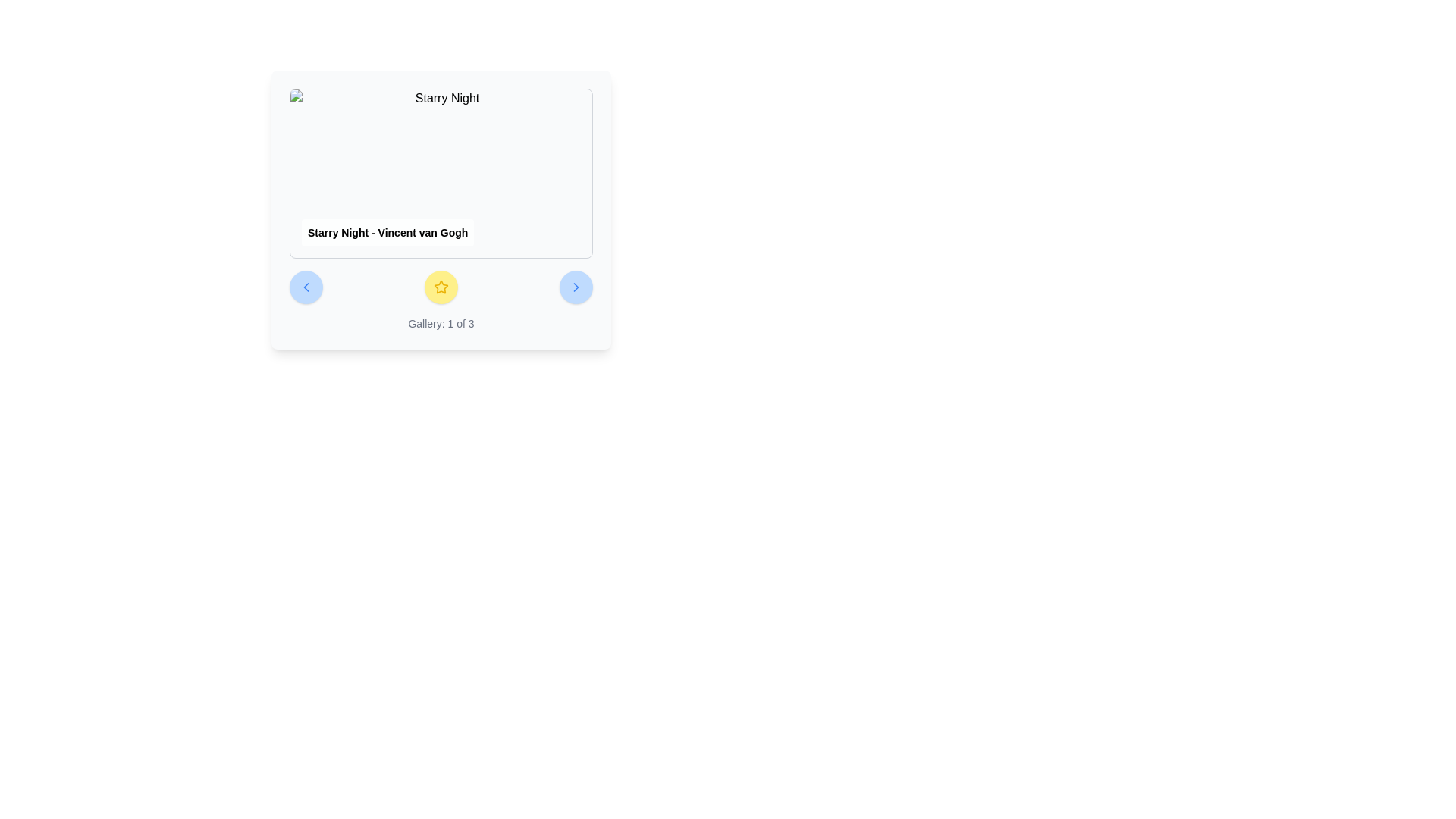 Image resolution: width=1456 pixels, height=819 pixels. Describe the element at coordinates (305, 287) in the screenshot. I see `the left-facing chevron arrow icon located within the left navigation button` at that location.